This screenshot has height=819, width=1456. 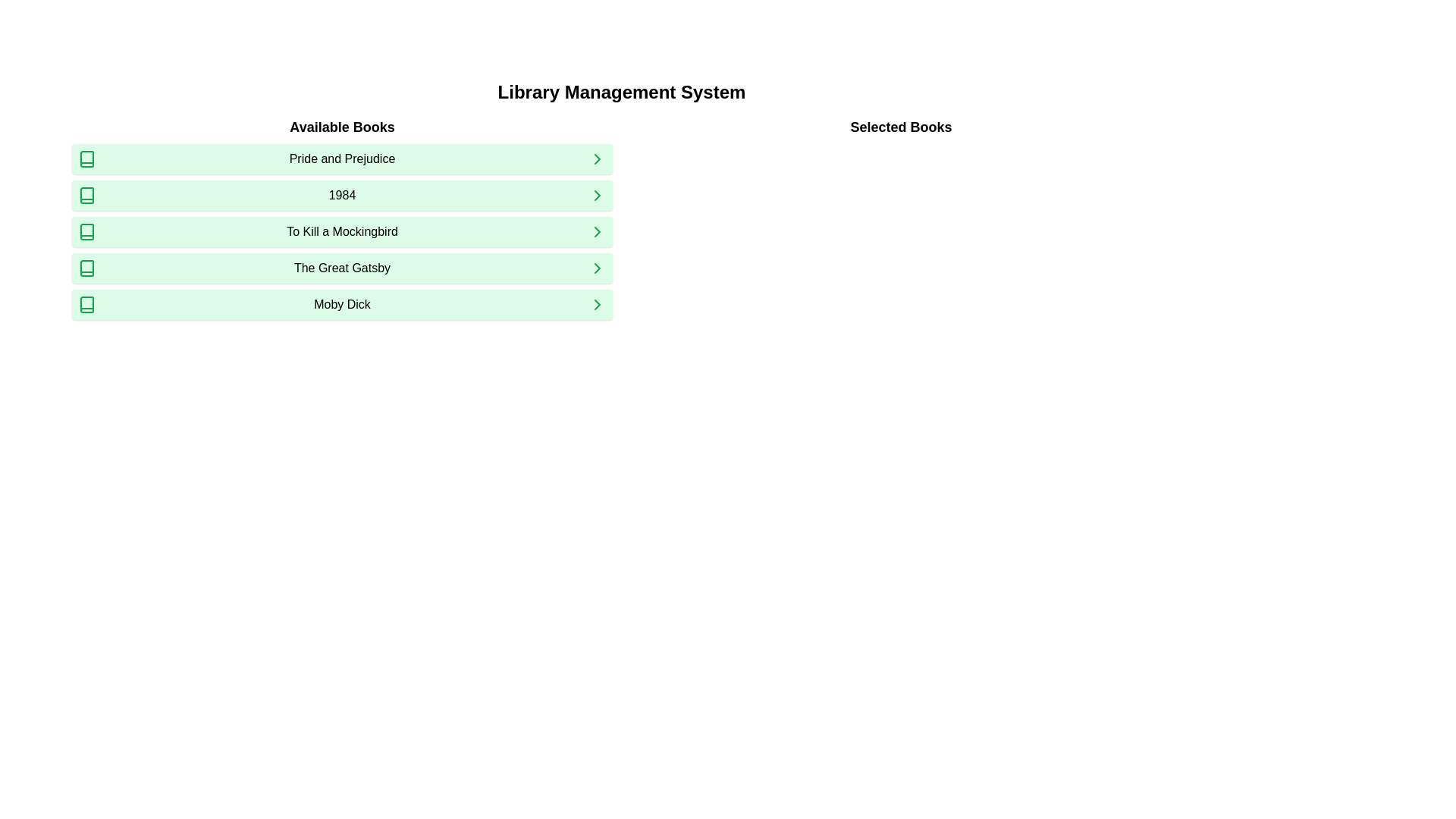 What do you see at coordinates (86, 158) in the screenshot?
I see `the SVG icon resembling a book with a green stroke located next to the text 'Pride and Prejudice' in the 'Available Books' section` at bounding box center [86, 158].